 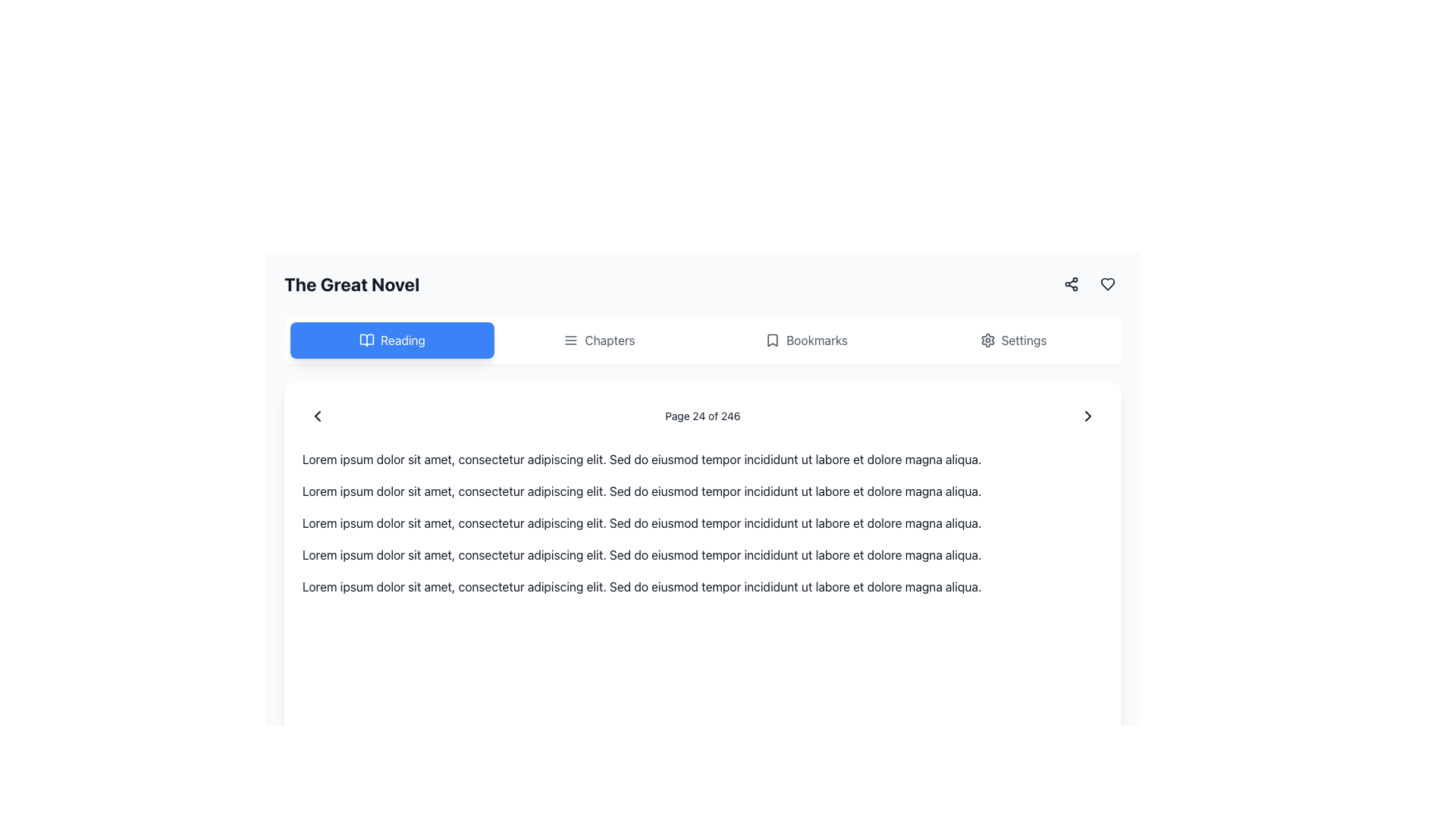 What do you see at coordinates (701, 491) in the screenshot?
I see `the second line of static text that reads 'Lorem ipsum dolor sit amet, consectetur adipiscing elit. Sed do eiusmod tempor incididunt ut labore et dolore magna aliqua.' located in the middle section of the interface` at bounding box center [701, 491].